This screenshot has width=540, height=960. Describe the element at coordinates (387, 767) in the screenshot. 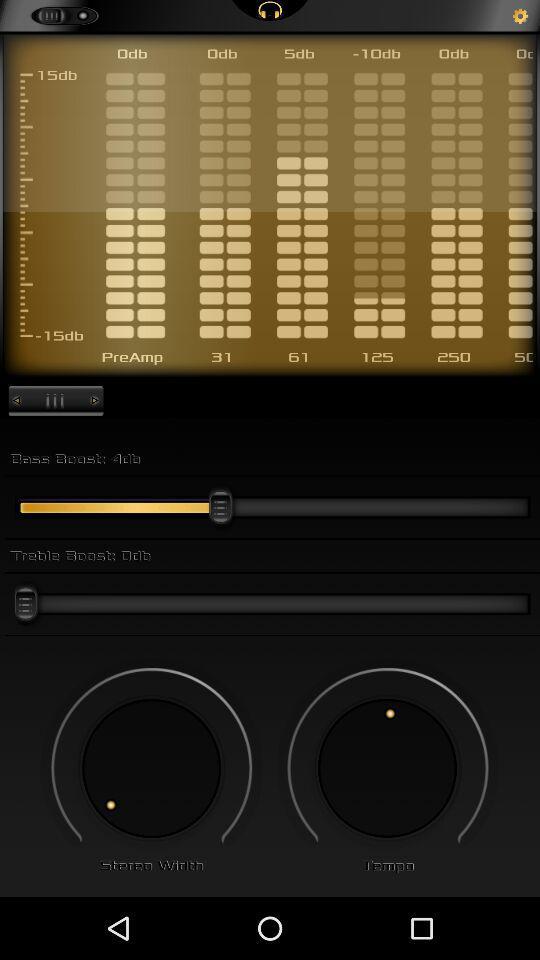

I see `to adjust tempo` at that location.